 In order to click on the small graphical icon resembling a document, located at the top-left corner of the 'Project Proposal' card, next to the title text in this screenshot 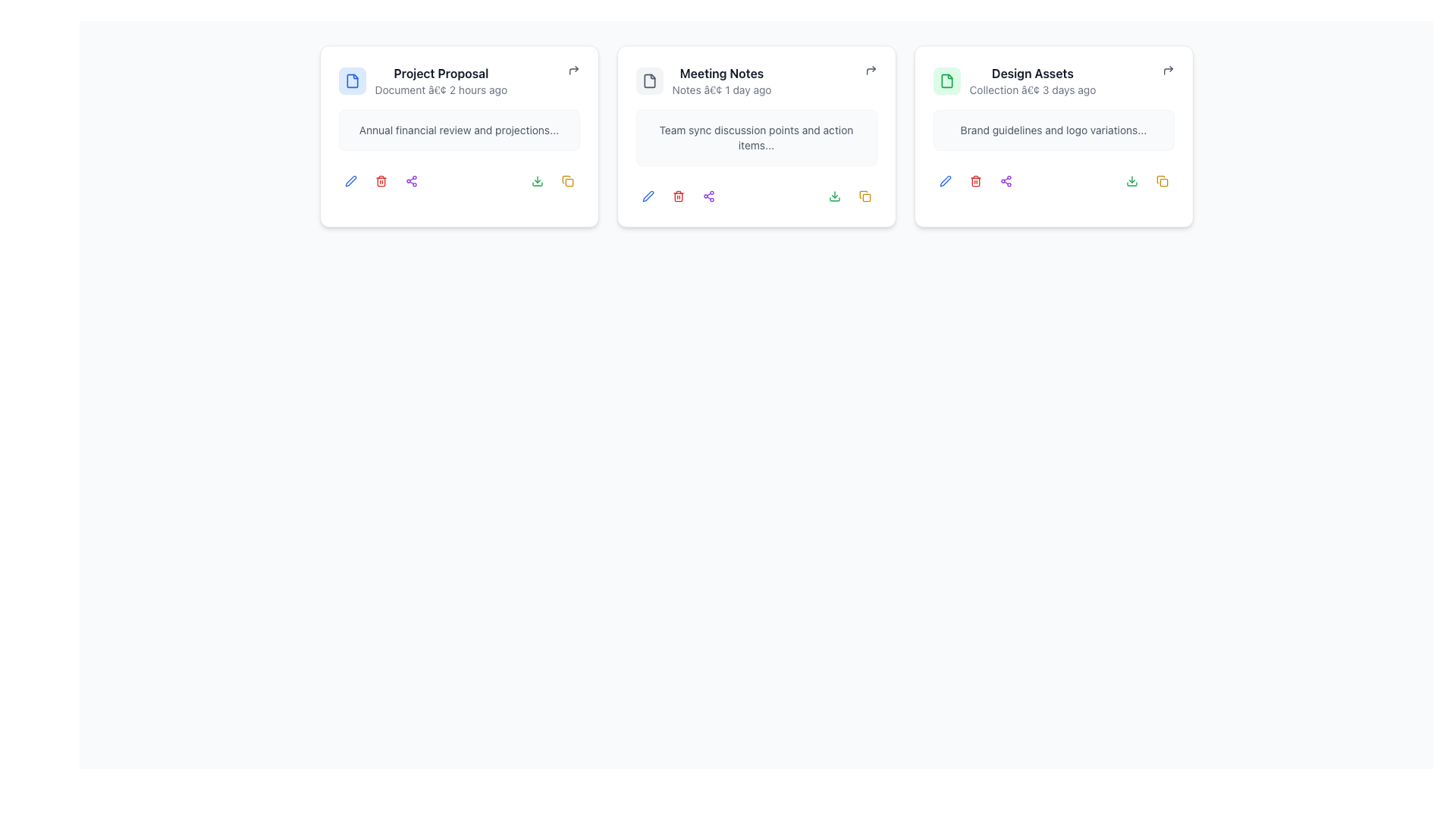, I will do `click(351, 81)`.